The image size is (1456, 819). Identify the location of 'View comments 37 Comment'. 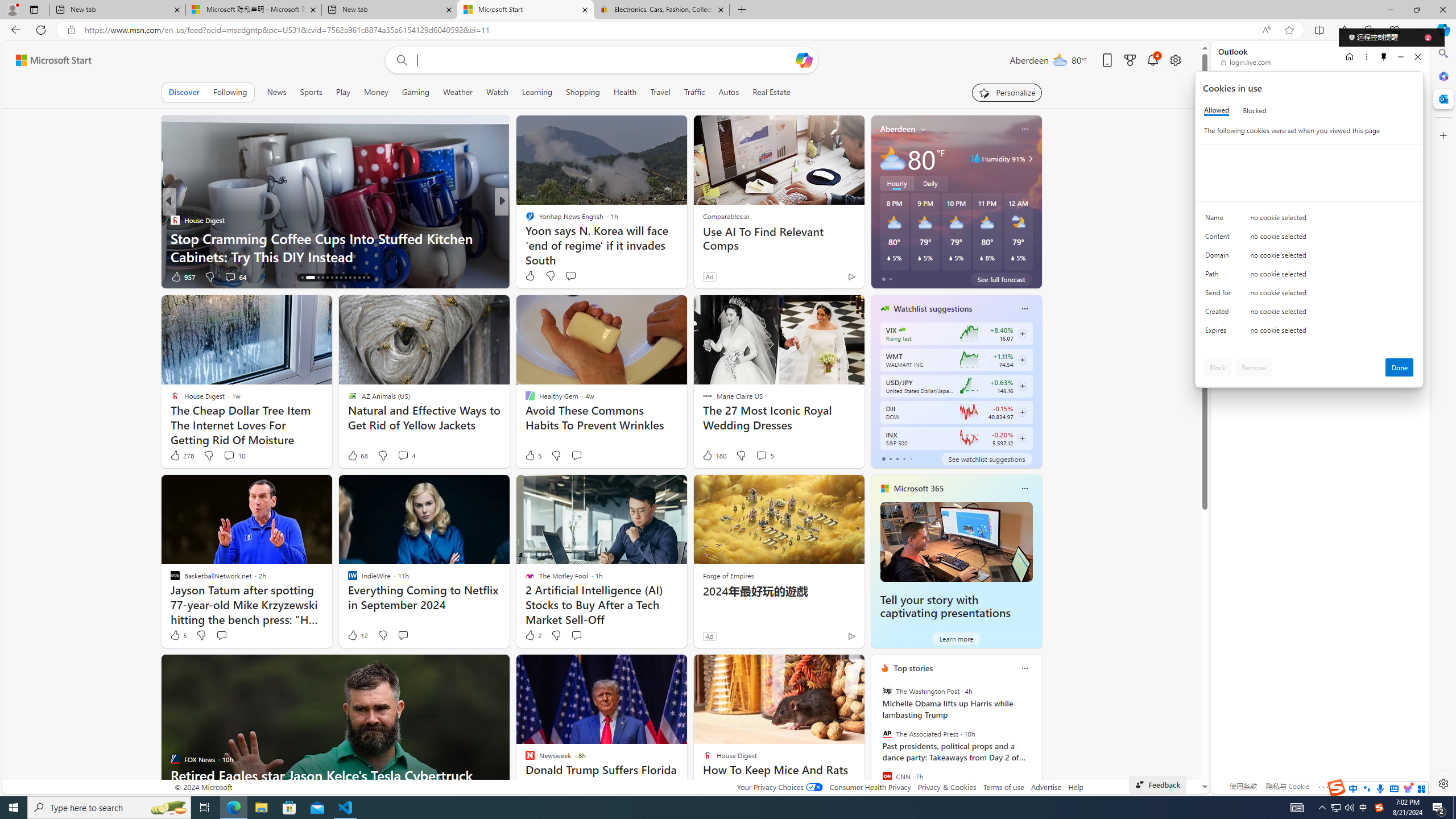
(581, 276).